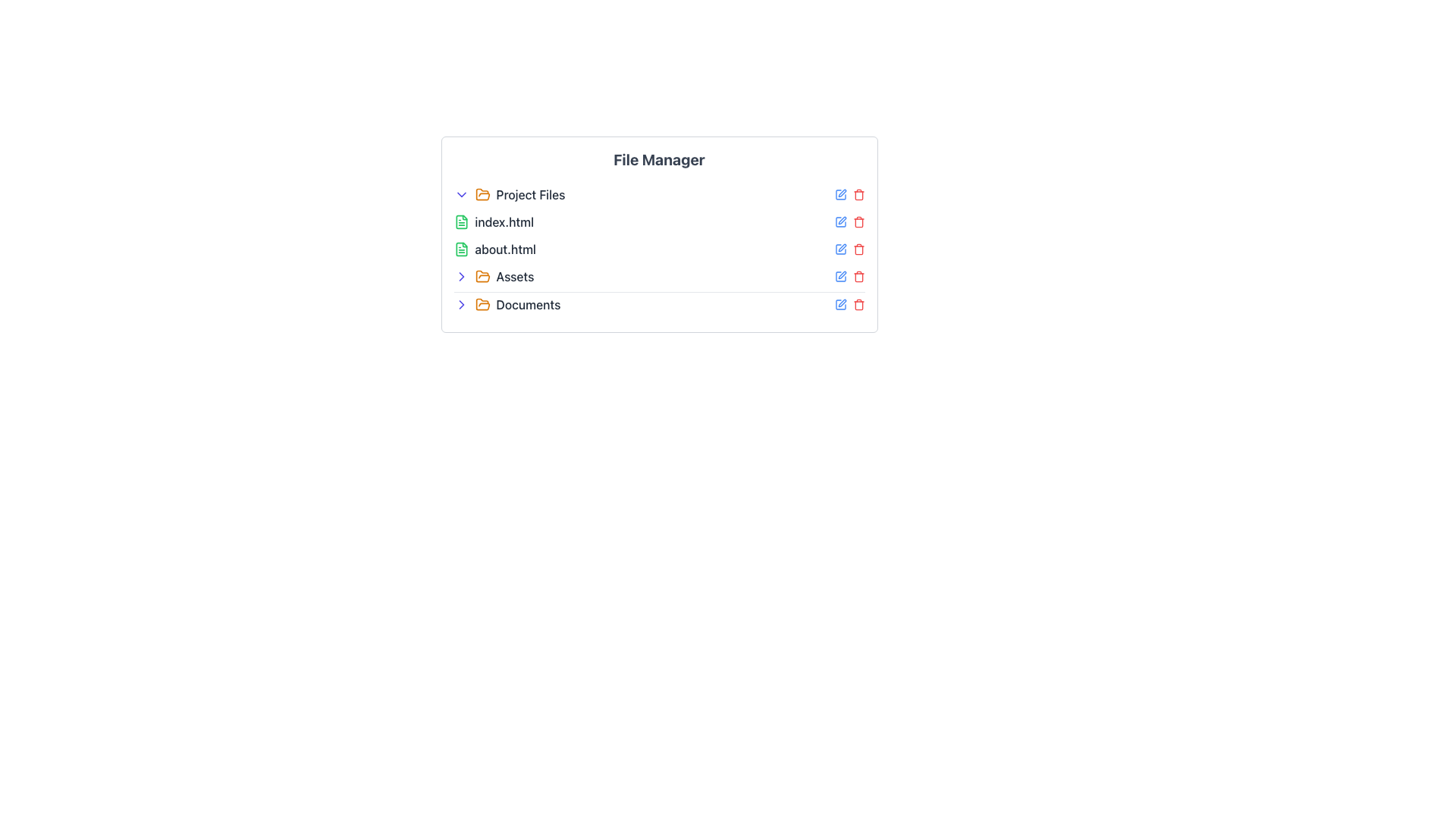 This screenshot has height=819, width=1456. What do you see at coordinates (504, 222) in the screenshot?
I see `the static text label displaying the file name 'index.html' in the file management interface under the 'Project Files' section` at bounding box center [504, 222].